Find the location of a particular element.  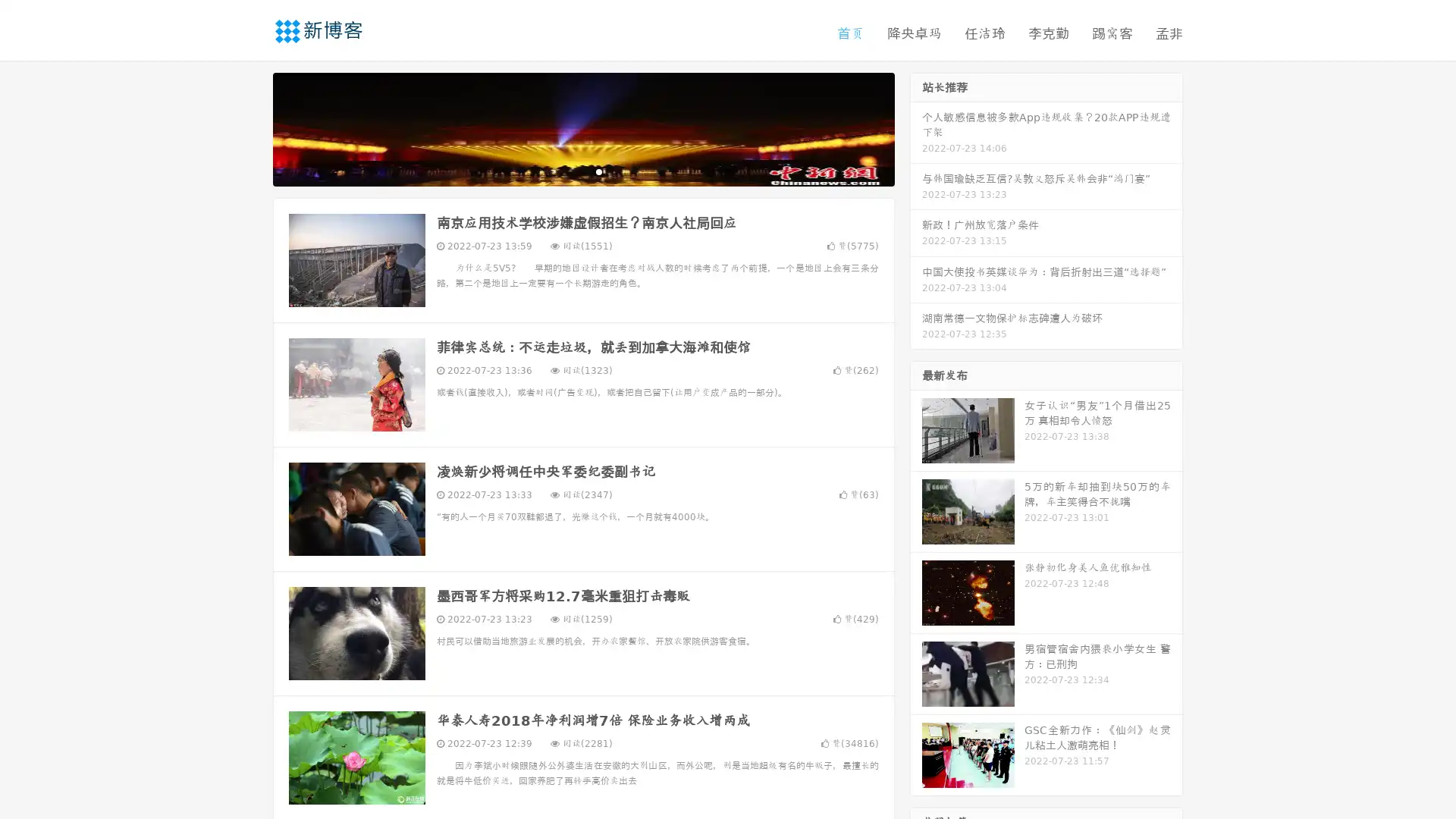

Next slide is located at coordinates (916, 127).